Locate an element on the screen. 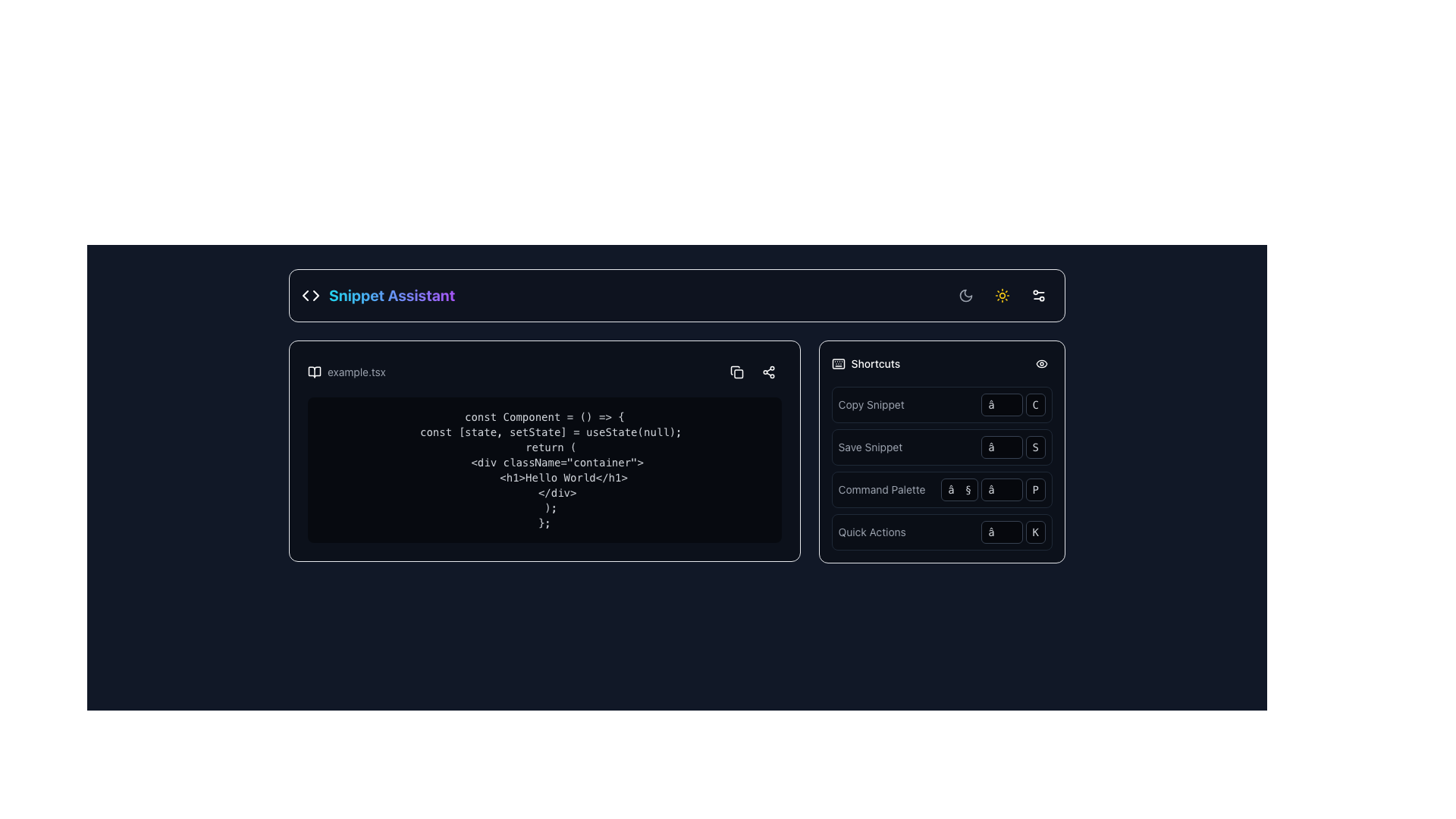  the 'share' button, which is a rounded rectangular button with a cyan background and contains a 'share' icon of three dots connected by two lines, located towards the top right of the interface is located at coordinates (768, 372).